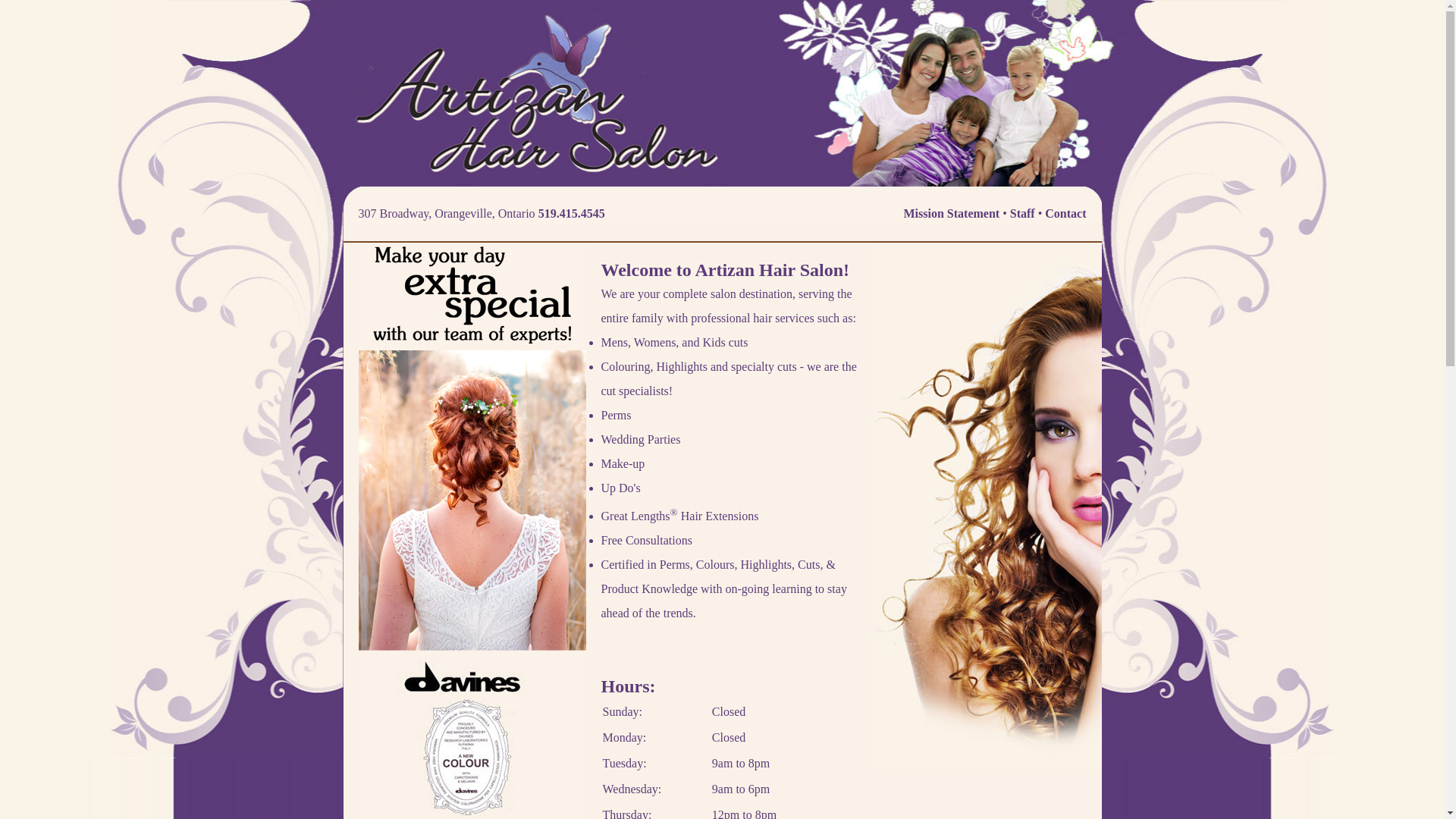 The image size is (1456, 819). Describe the element at coordinates (1043, 213) in the screenshot. I see `'Contact'` at that location.